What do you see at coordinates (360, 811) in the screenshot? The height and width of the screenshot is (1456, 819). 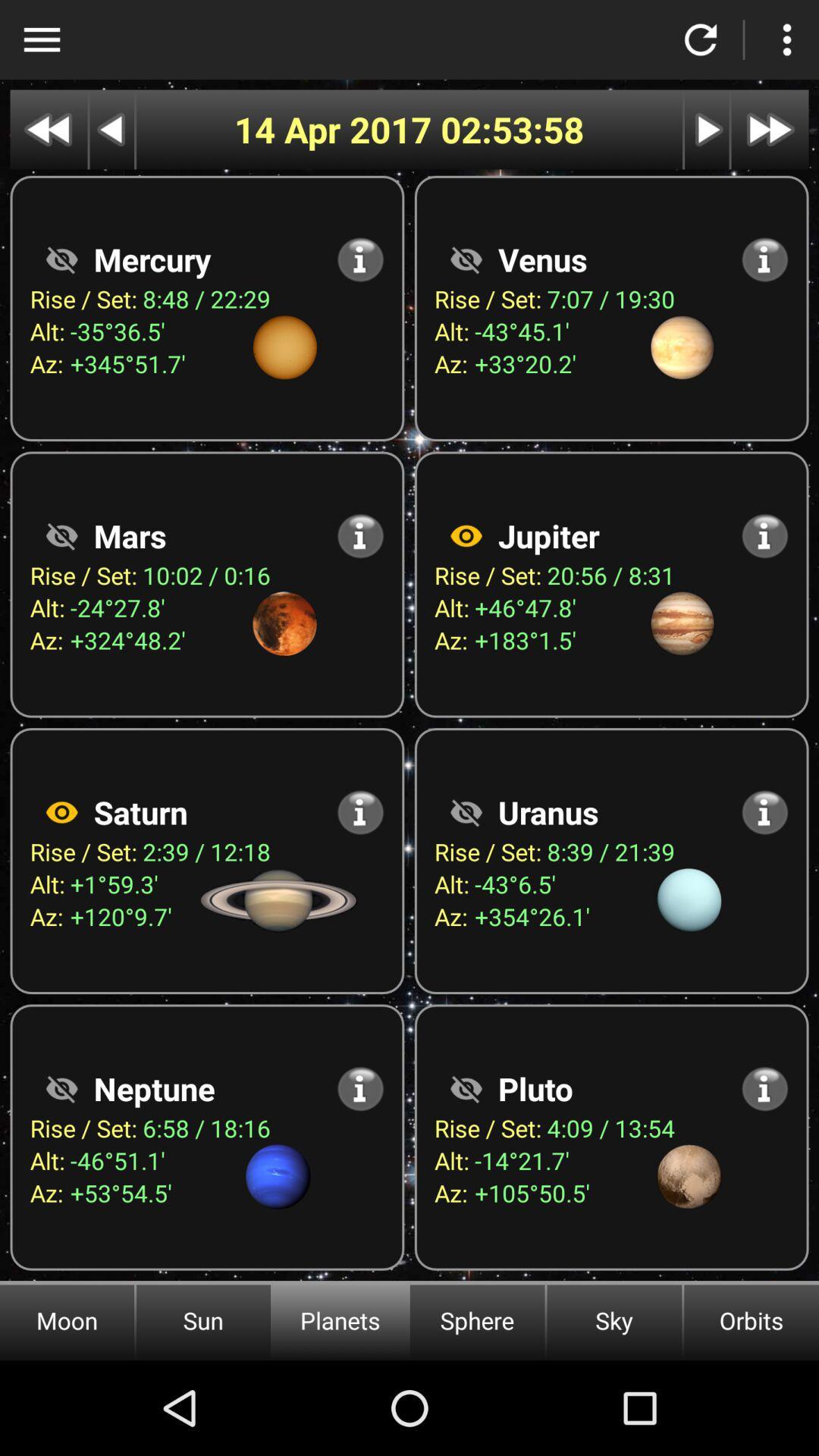 I see `the info icon` at bounding box center [360, 811].